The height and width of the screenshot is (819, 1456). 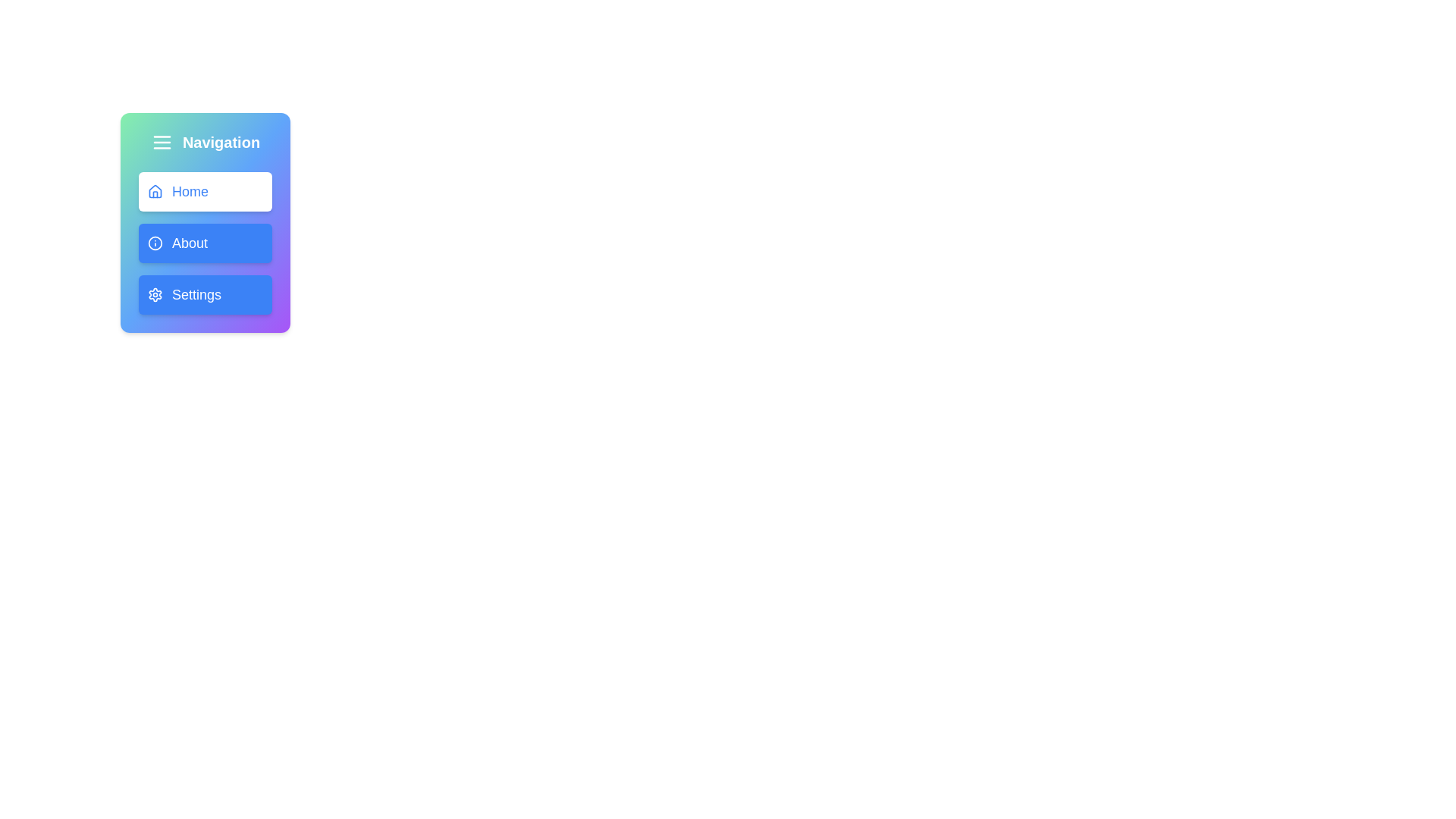 I want to click on the house-shaped vector icon contained within the 'Home' button in the navigation panel, so click(x=155, y=190).